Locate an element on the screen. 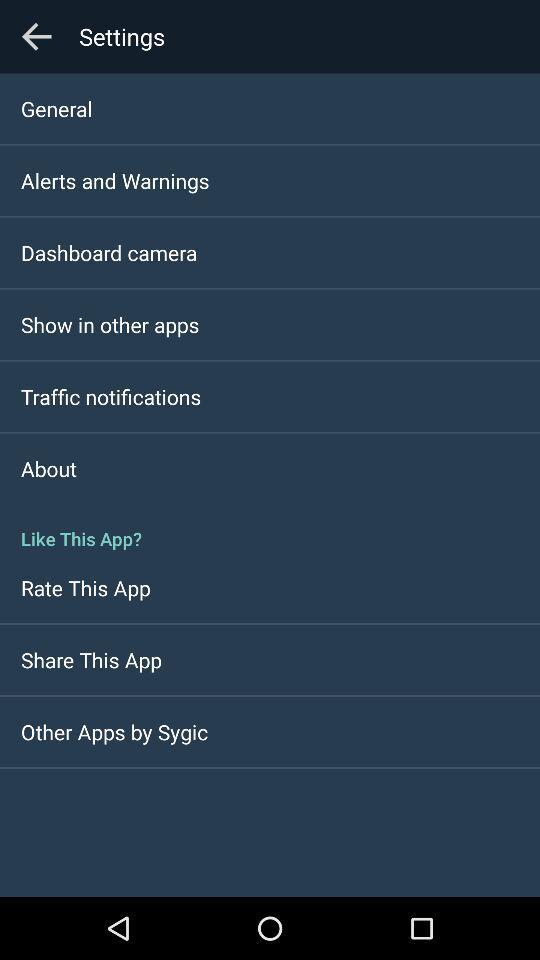  the icon below general icon is located at coordinates (115, 179).